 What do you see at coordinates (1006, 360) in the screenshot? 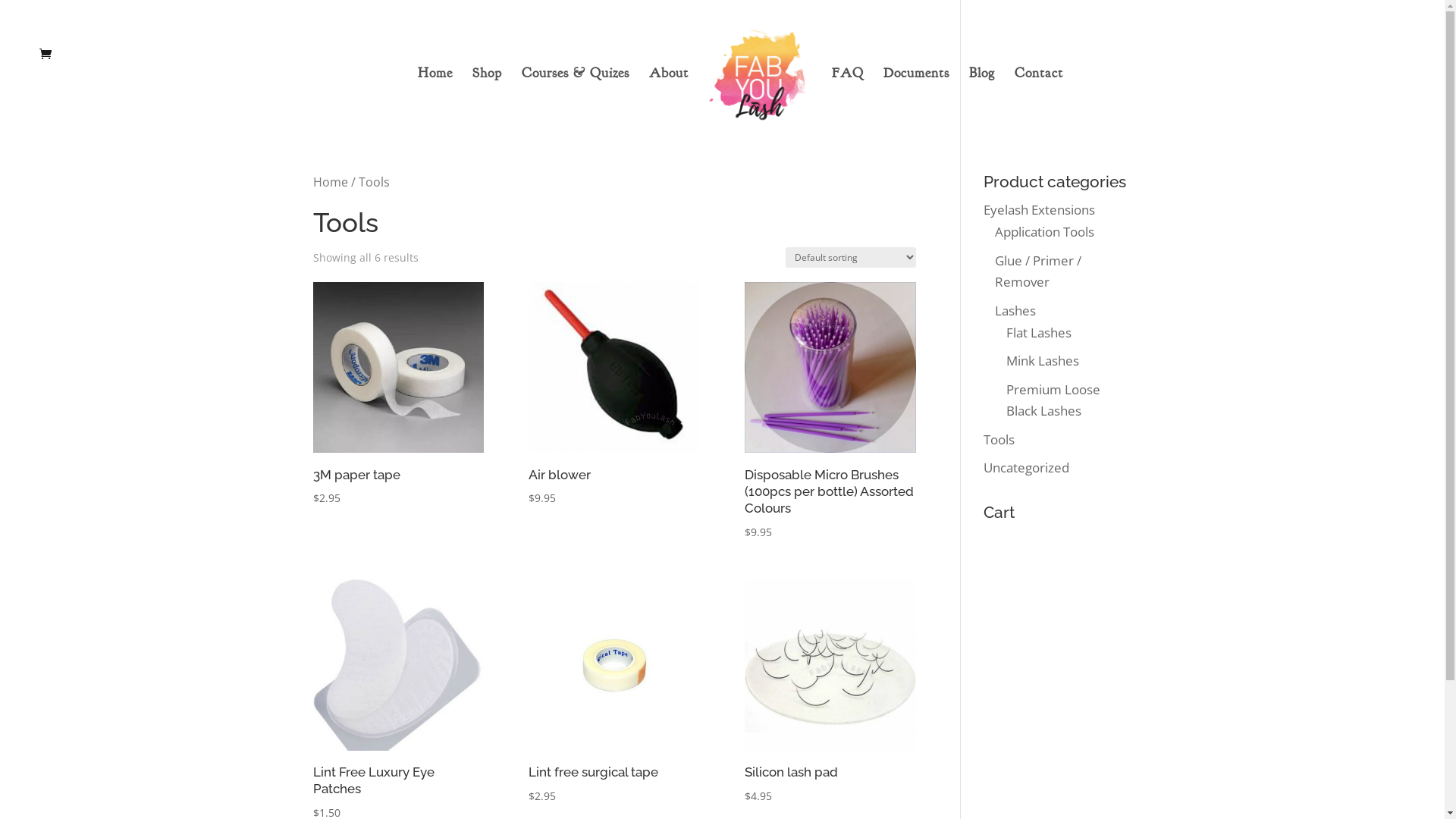
I see `'Mink Lashes'` at bounding box center [1006, 360].